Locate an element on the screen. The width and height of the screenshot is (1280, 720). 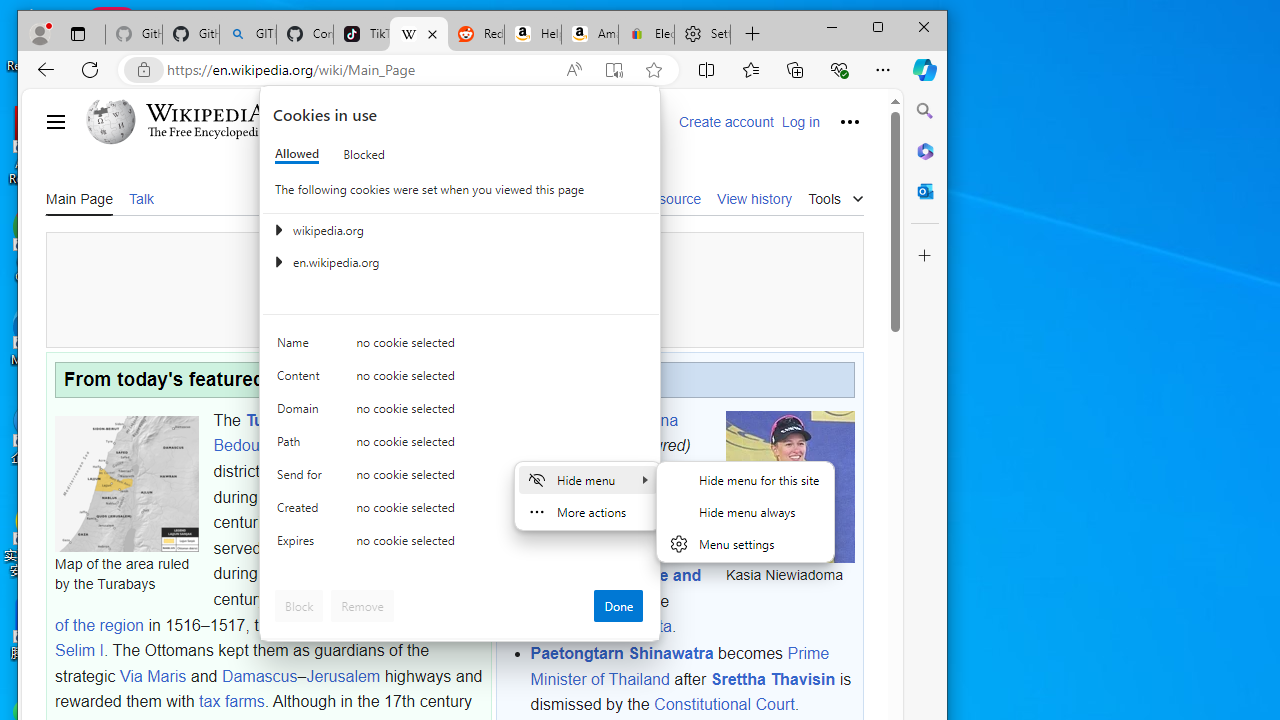
'More actions' is located at coordinates (586, 510).